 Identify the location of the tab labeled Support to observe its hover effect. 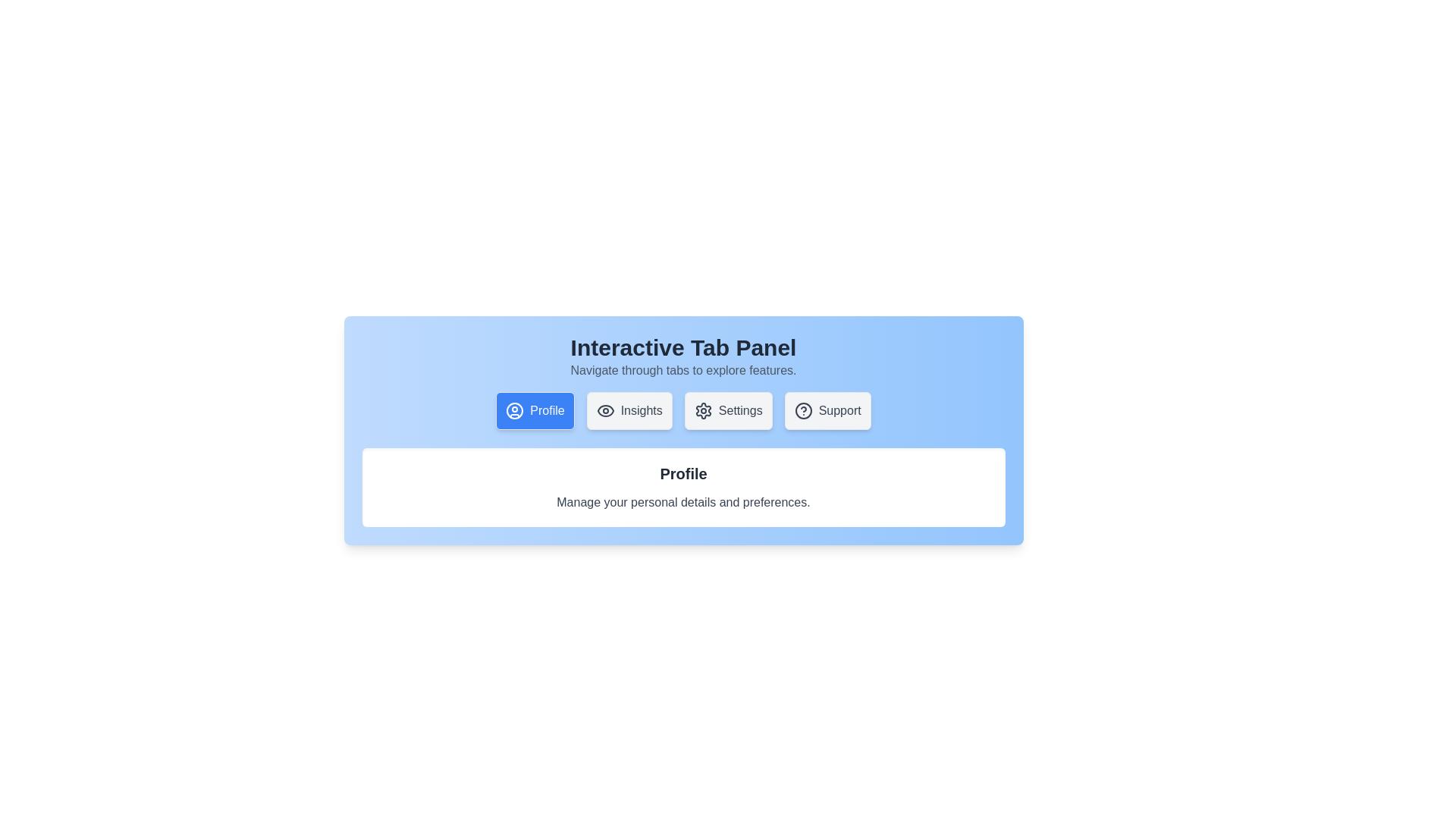
(827, 411).